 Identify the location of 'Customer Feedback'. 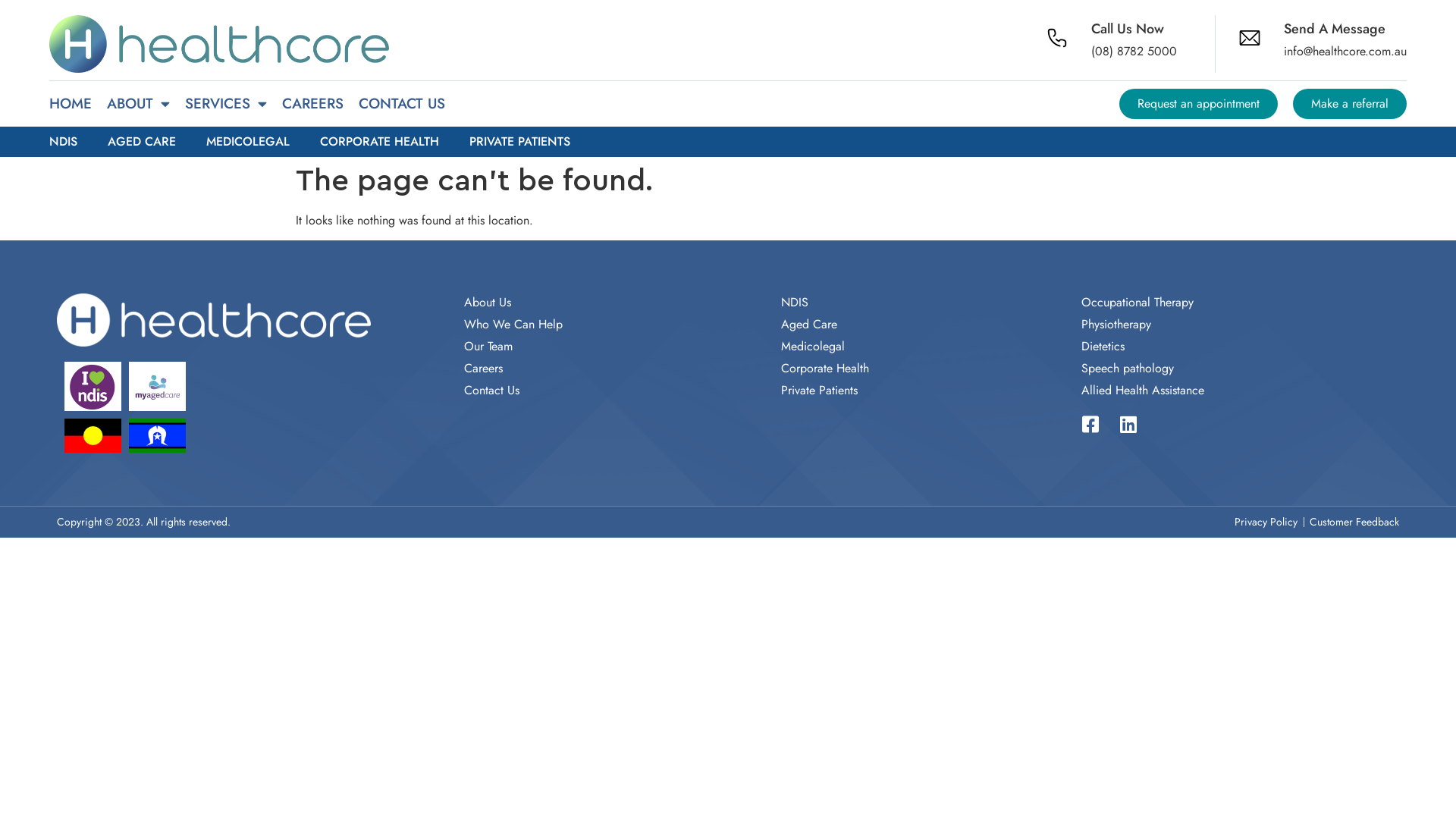
(1354, 521).